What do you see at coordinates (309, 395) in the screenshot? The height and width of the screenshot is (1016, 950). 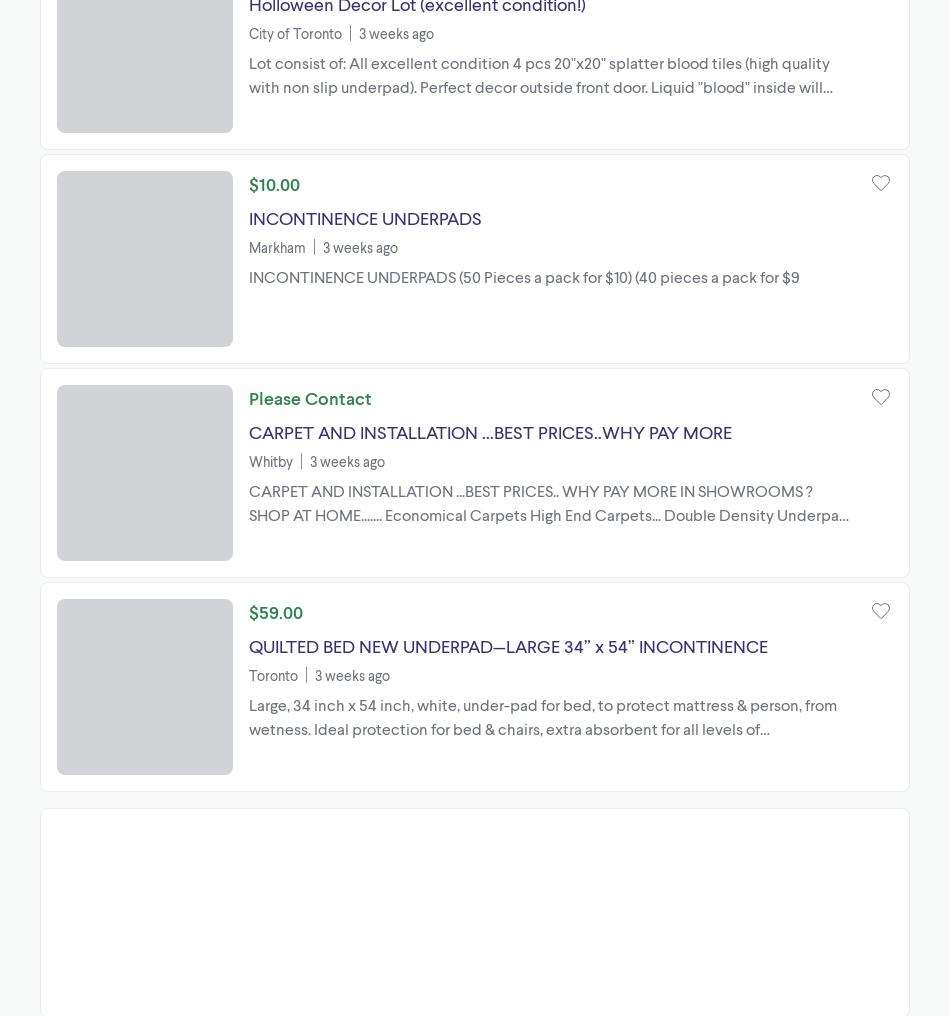 I see `'Please Contact'` at bounding box center [309, 395].